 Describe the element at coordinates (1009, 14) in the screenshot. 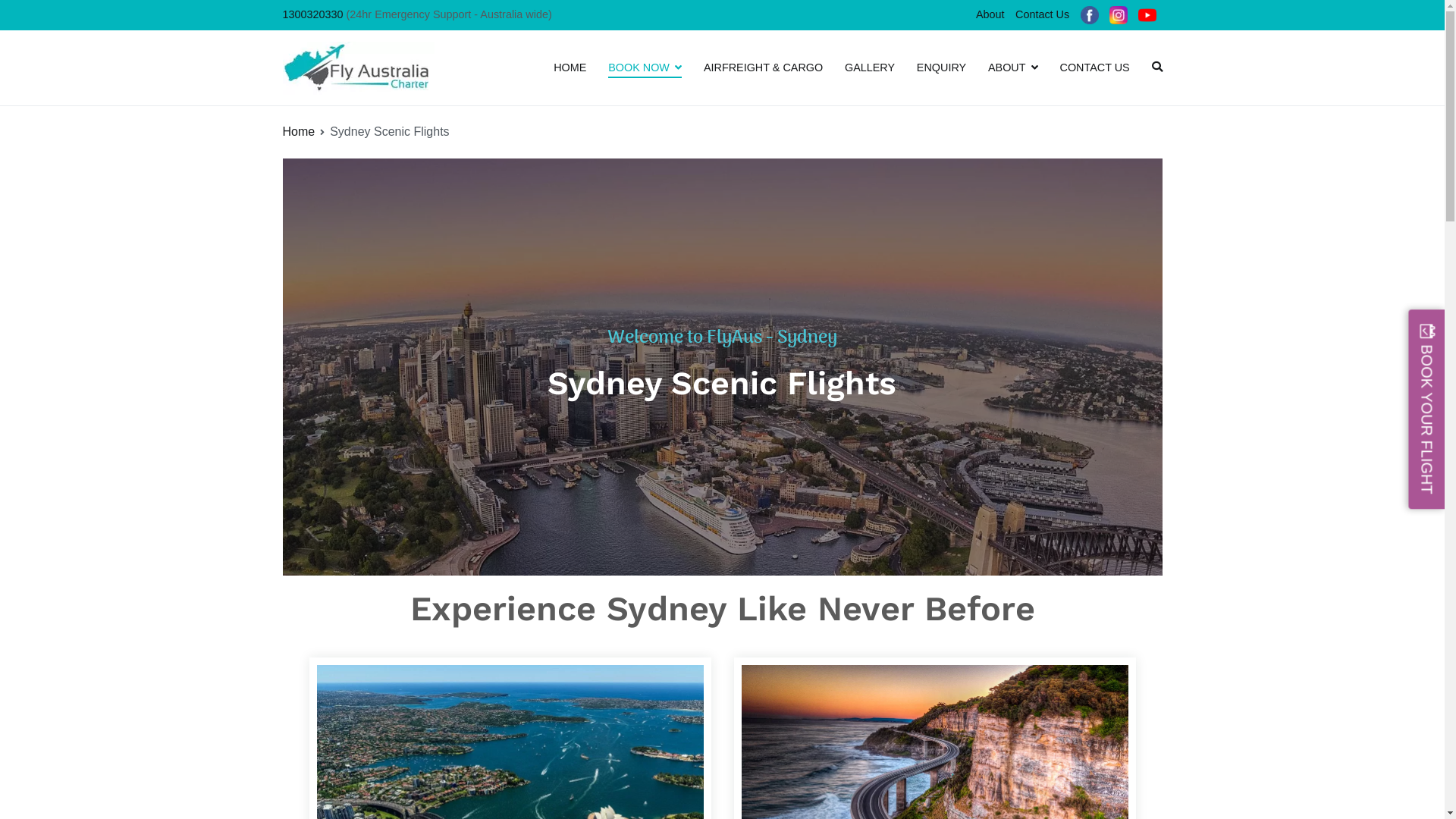

I see `'Contact Us'` at that location.